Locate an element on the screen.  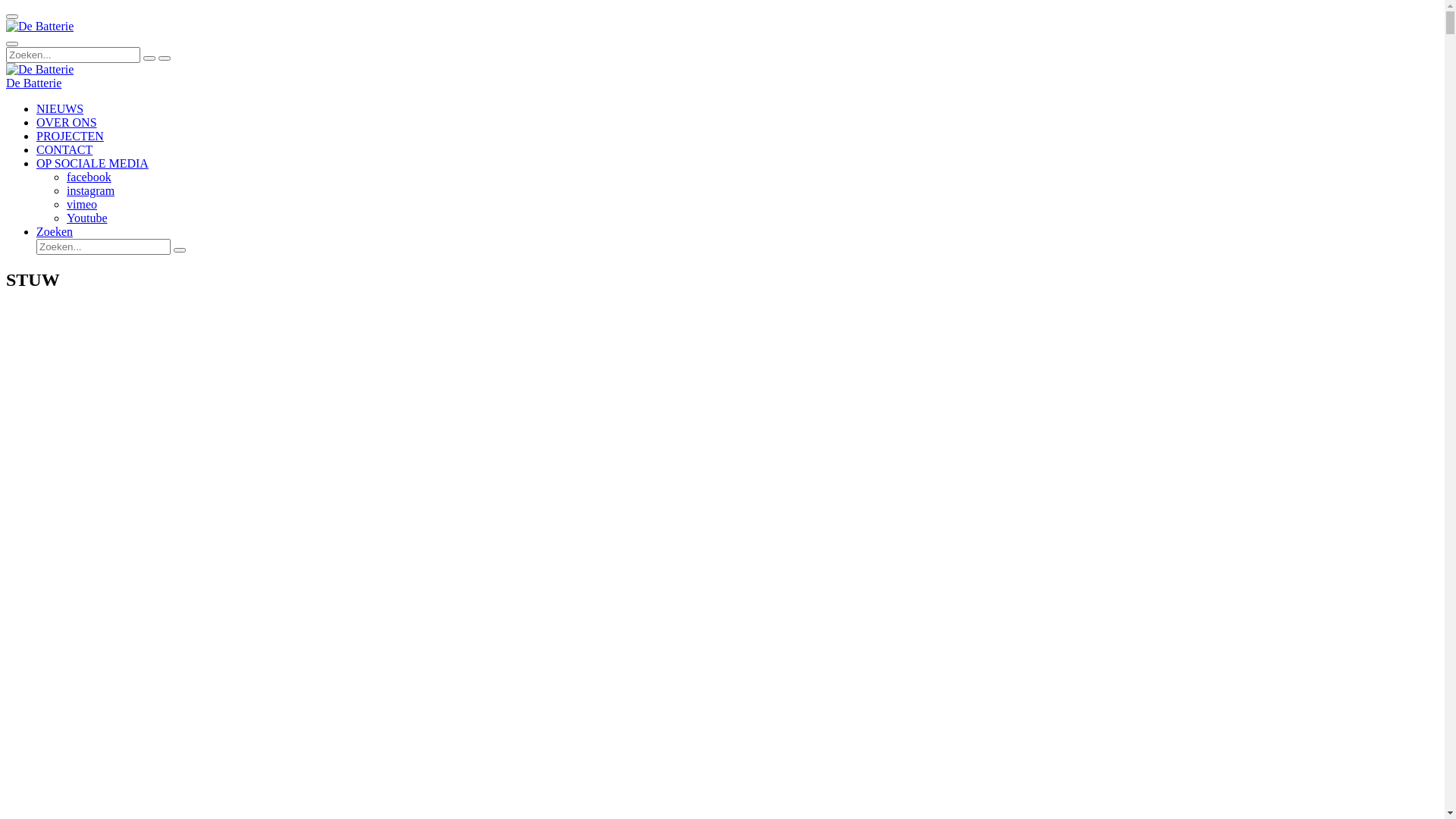
'CONTACT' is located at coordinates (64, 149).